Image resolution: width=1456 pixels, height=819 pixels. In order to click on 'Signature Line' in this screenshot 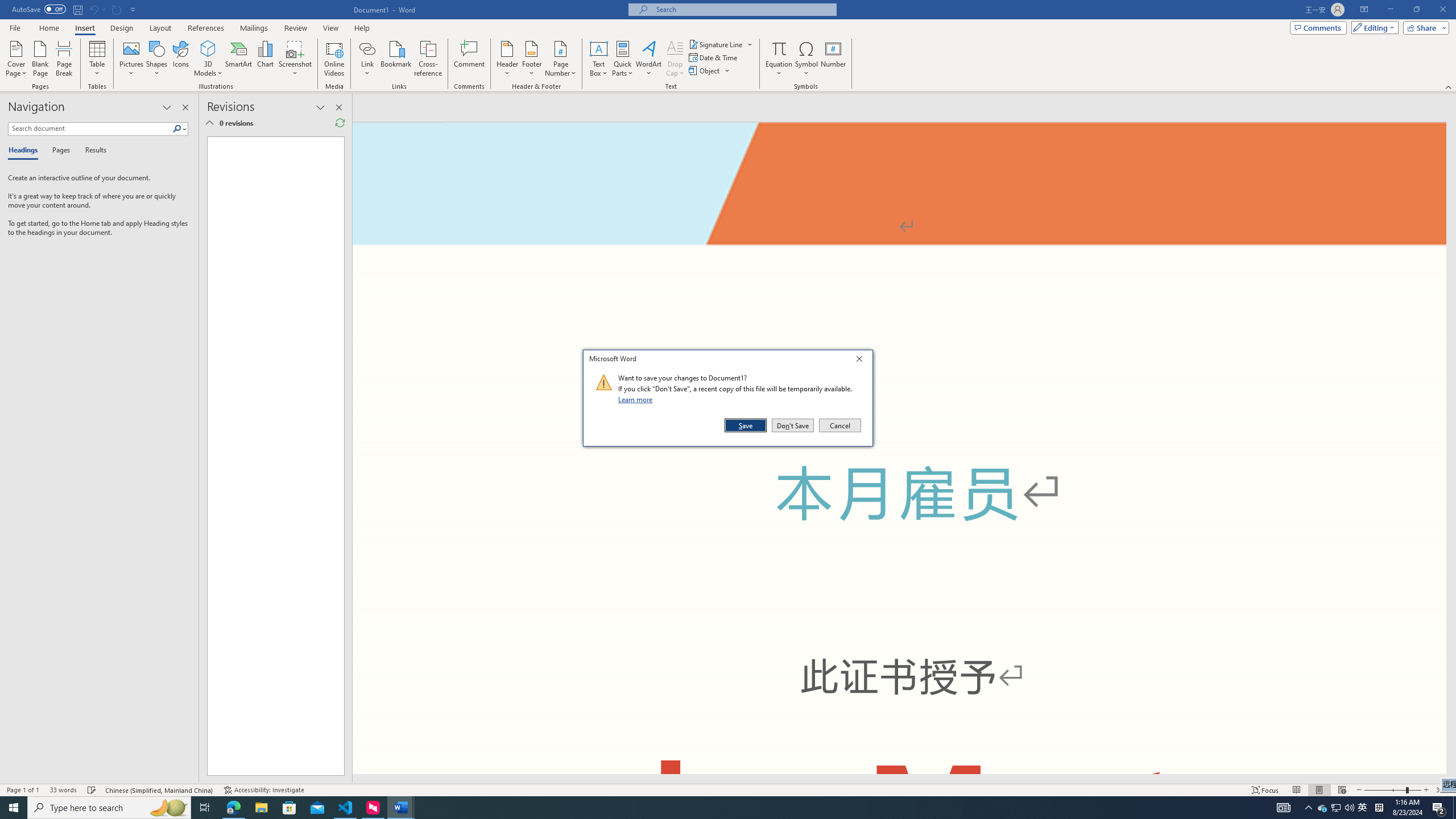, I will do `click(716, 44)`.